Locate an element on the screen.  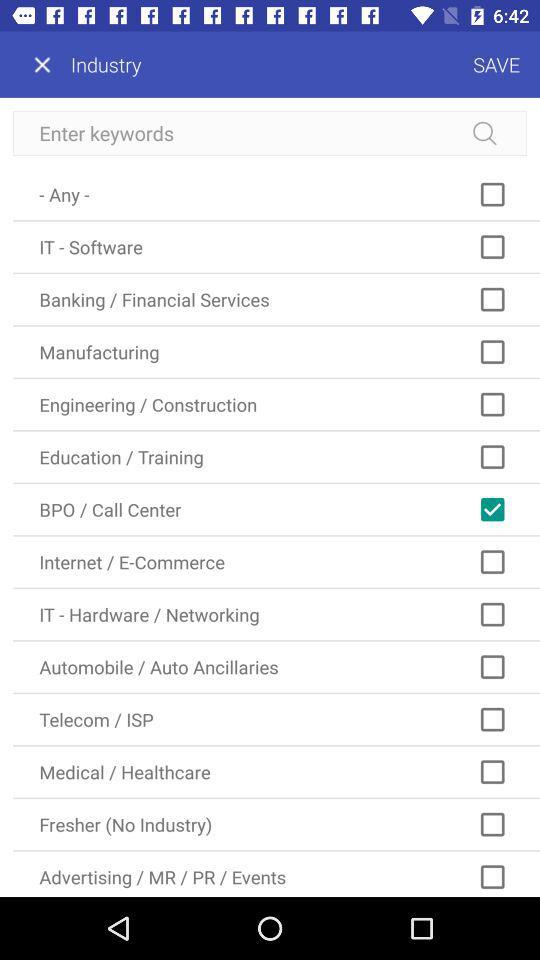
the item below the telecom / isp item is located at coordinates (275, 771).